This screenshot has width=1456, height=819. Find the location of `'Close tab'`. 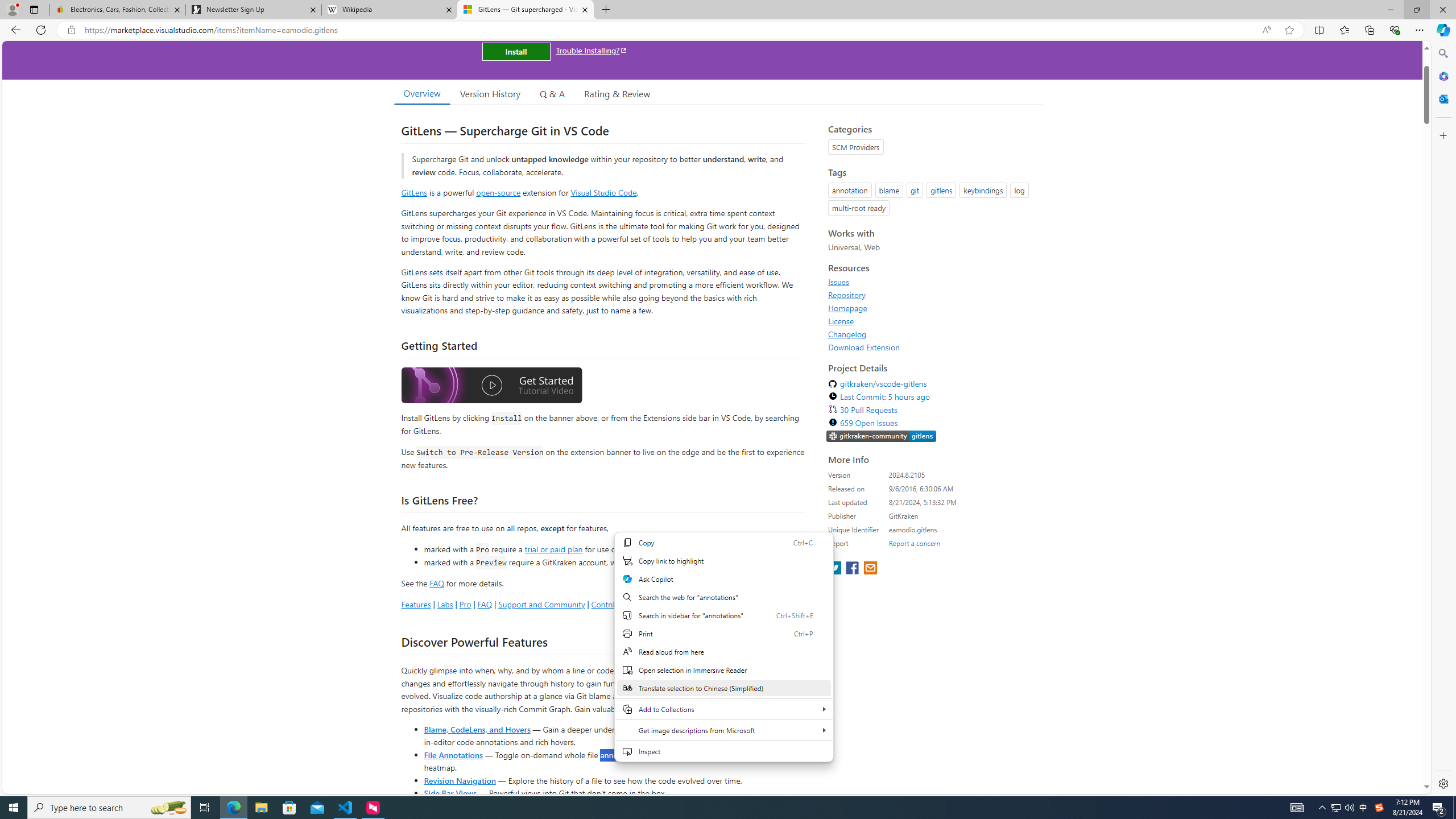

'Close tab' is located at coordinates (584, 9).